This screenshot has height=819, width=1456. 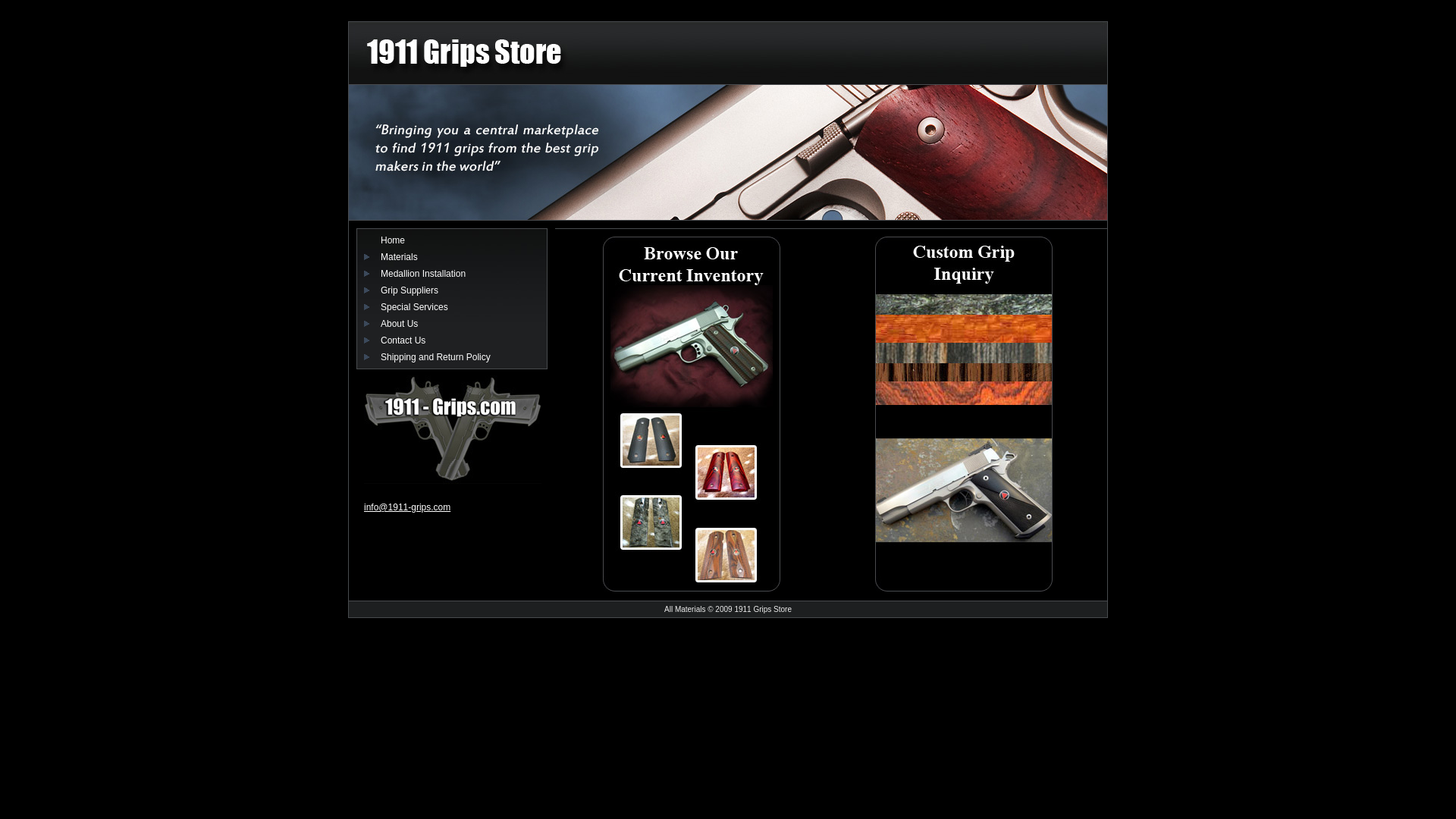 What do you see at coordinates (422, 274) in the screenshot?
I see `'Medallion Installation'` at bounding box center [422, 274].